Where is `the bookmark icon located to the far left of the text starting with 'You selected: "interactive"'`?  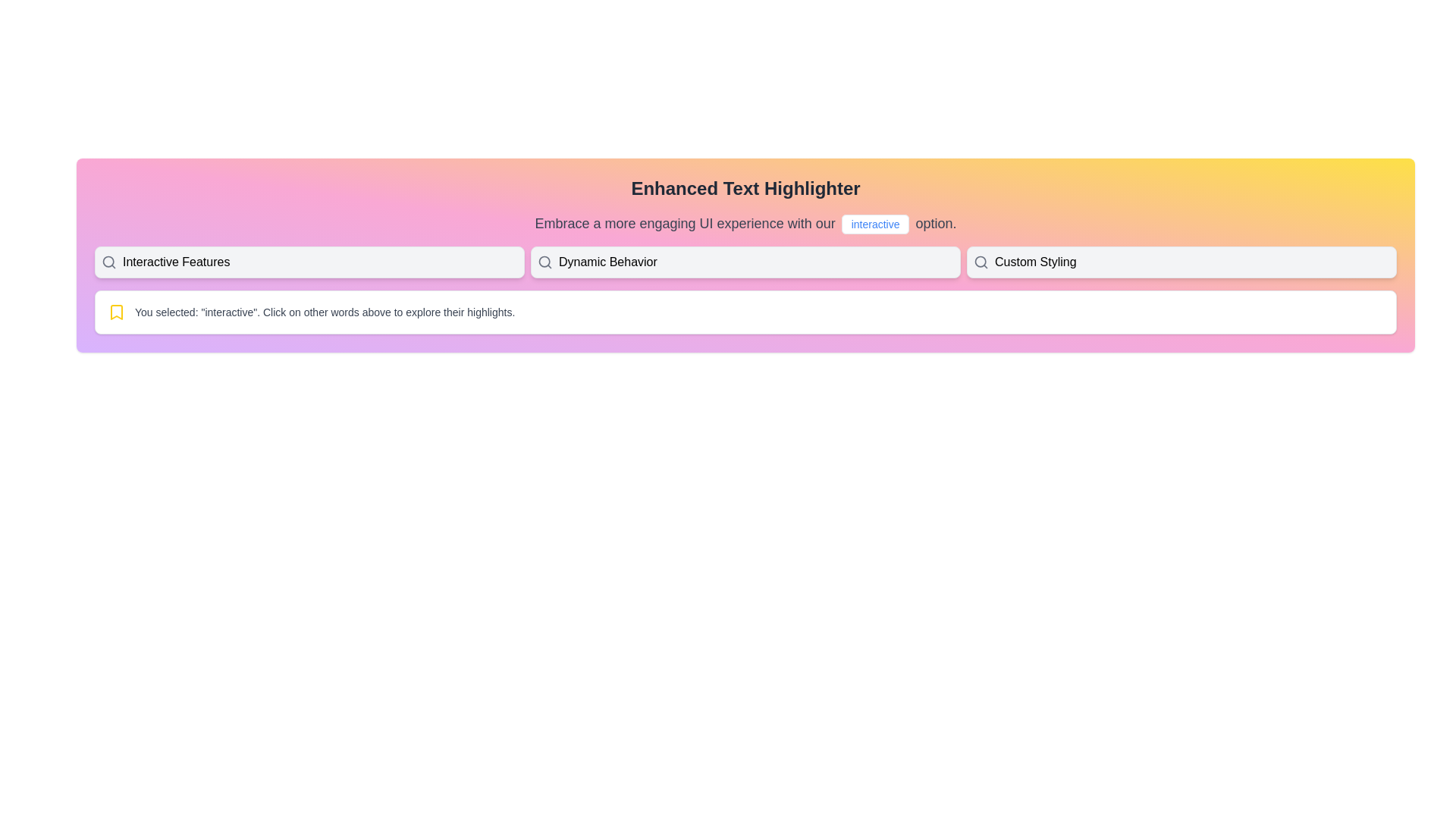 the bookmark icon located to the far left of the text starting with 'You selected: "interactive"' is located at coordinates (115, 312).